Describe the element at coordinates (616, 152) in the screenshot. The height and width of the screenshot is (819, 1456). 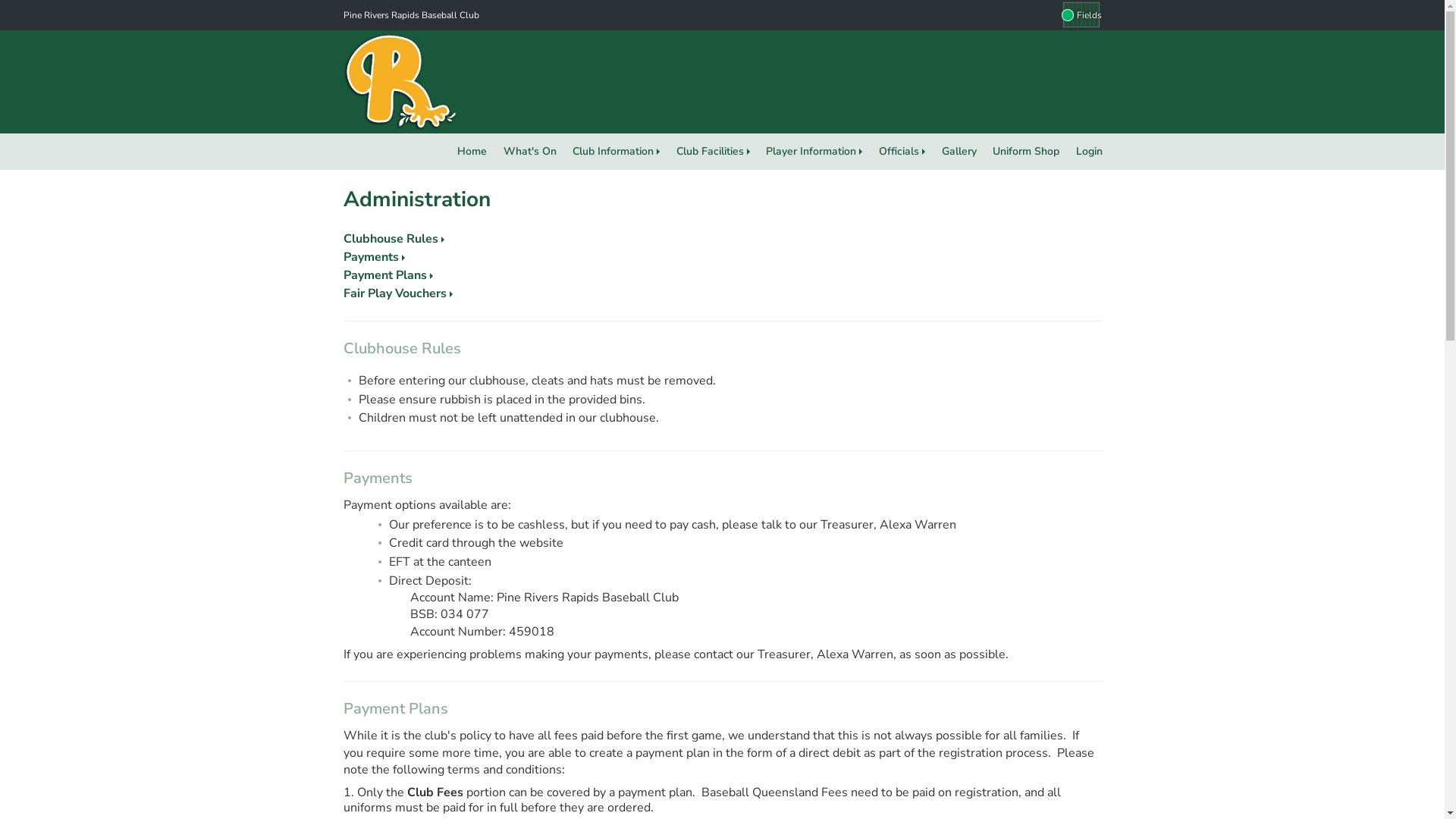
I see `'Club Information'` at that location.